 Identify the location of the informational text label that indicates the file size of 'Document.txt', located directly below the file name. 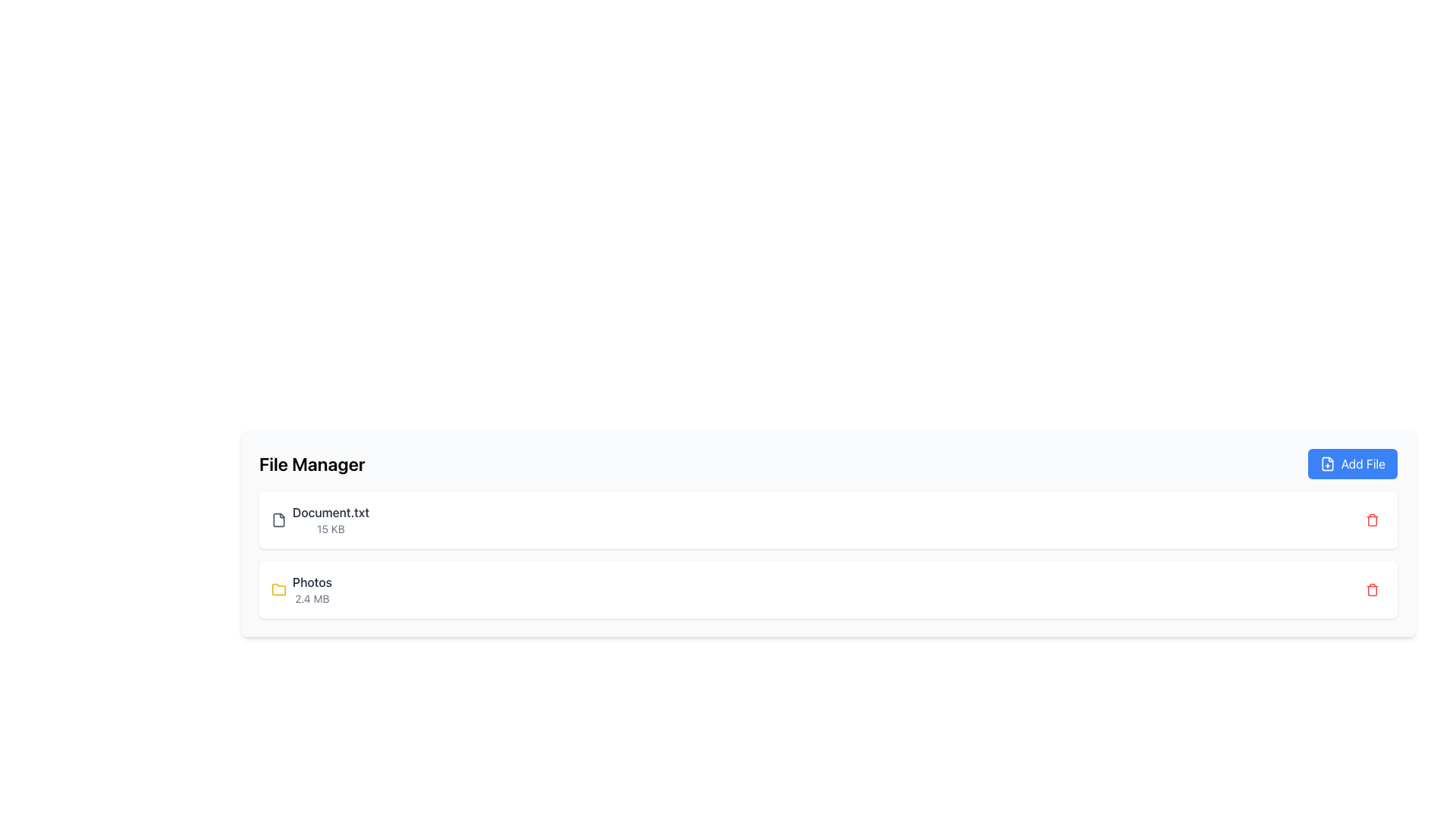
(330, 529).